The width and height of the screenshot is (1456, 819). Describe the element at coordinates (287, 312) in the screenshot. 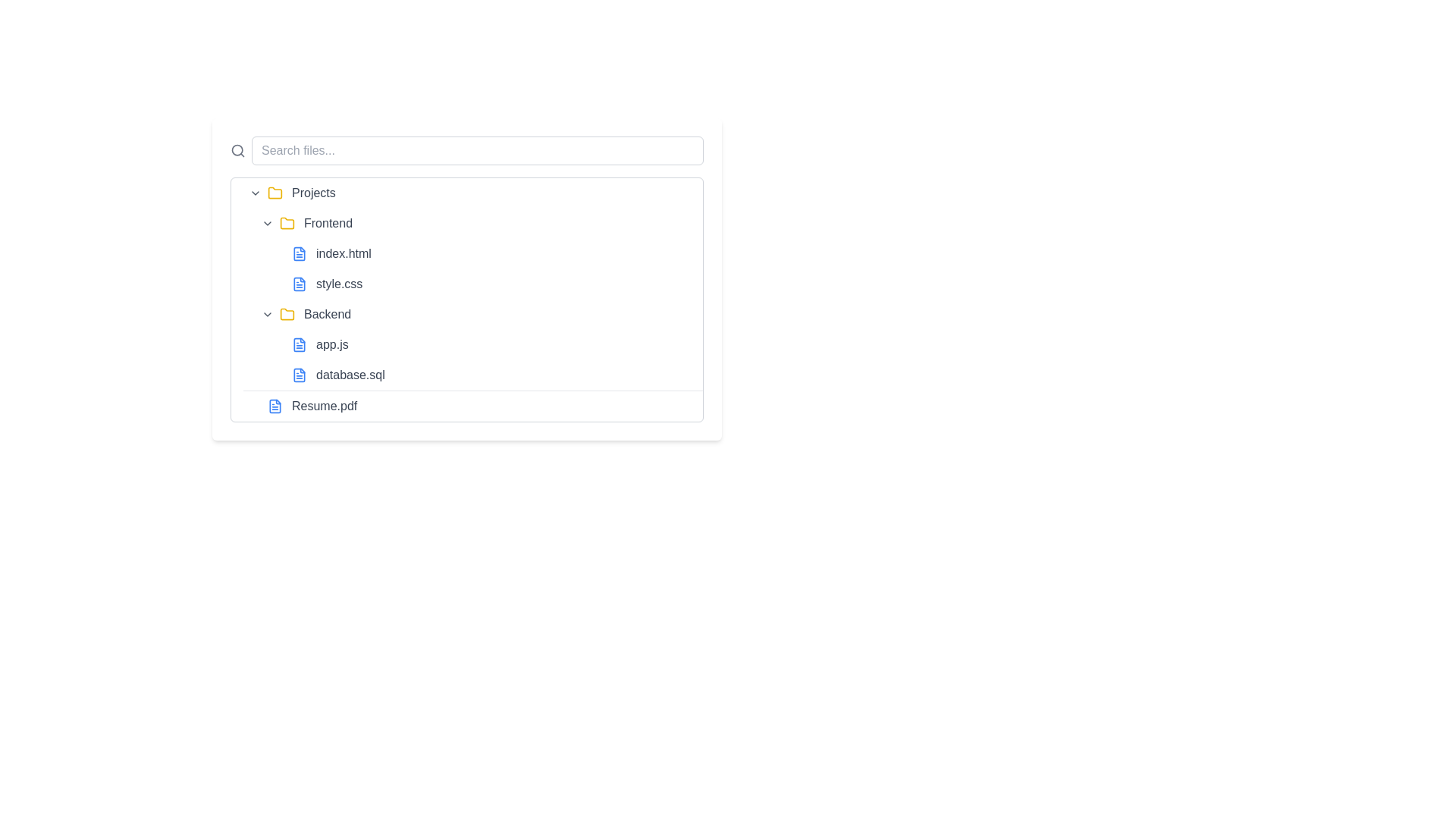

I see `the folder icon located in the file structure panel under 'Projects' before the label 'Backend'` at that location.